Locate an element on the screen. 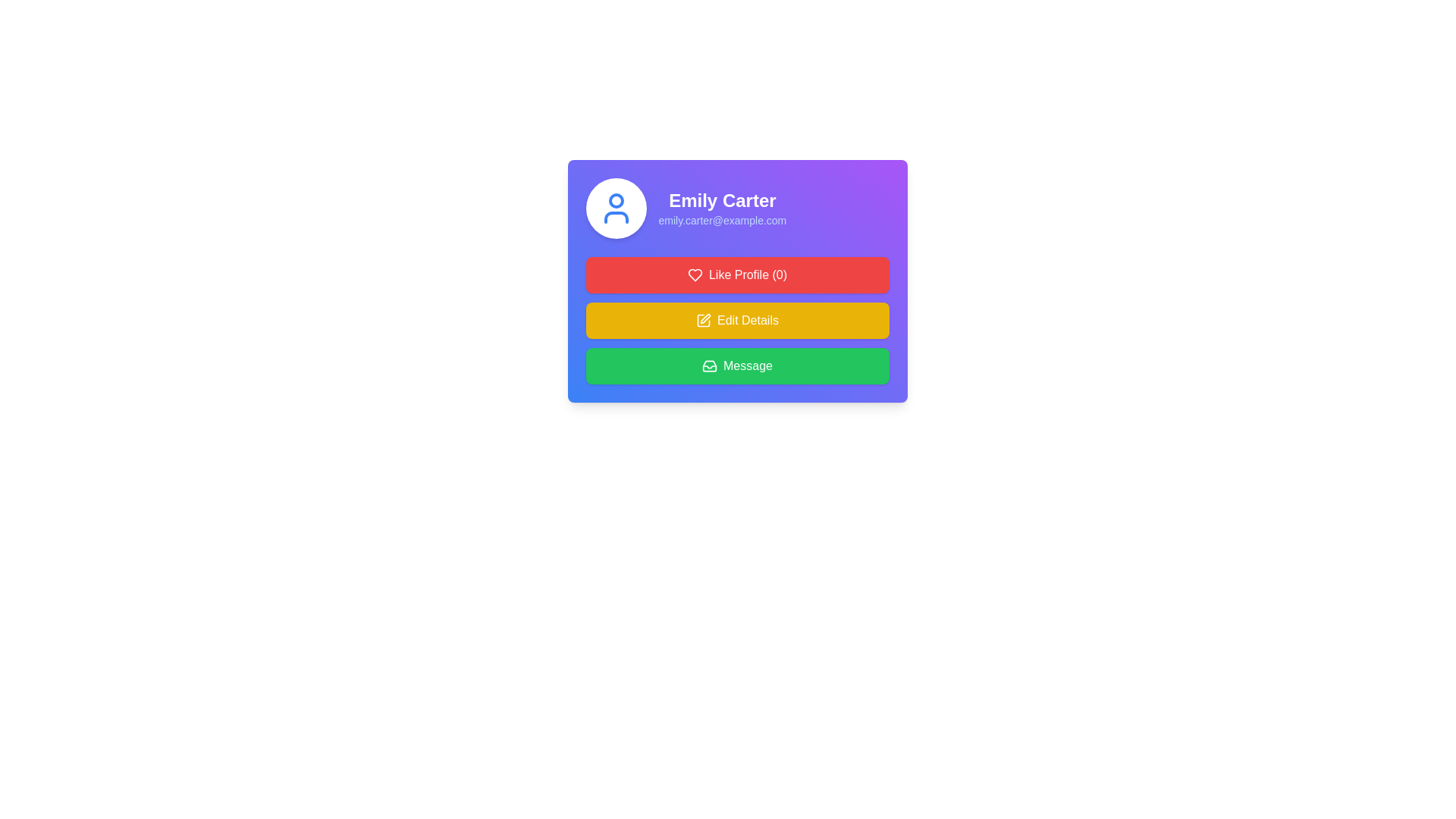 Image resolution: width=1456 pixels, height=819 pixels. the Profile Summary Display element that includes a circular blue avatar icon and the text 'Emily Carter' with the email 'emily.carter@example.com' is located at coordinates (737, 208).